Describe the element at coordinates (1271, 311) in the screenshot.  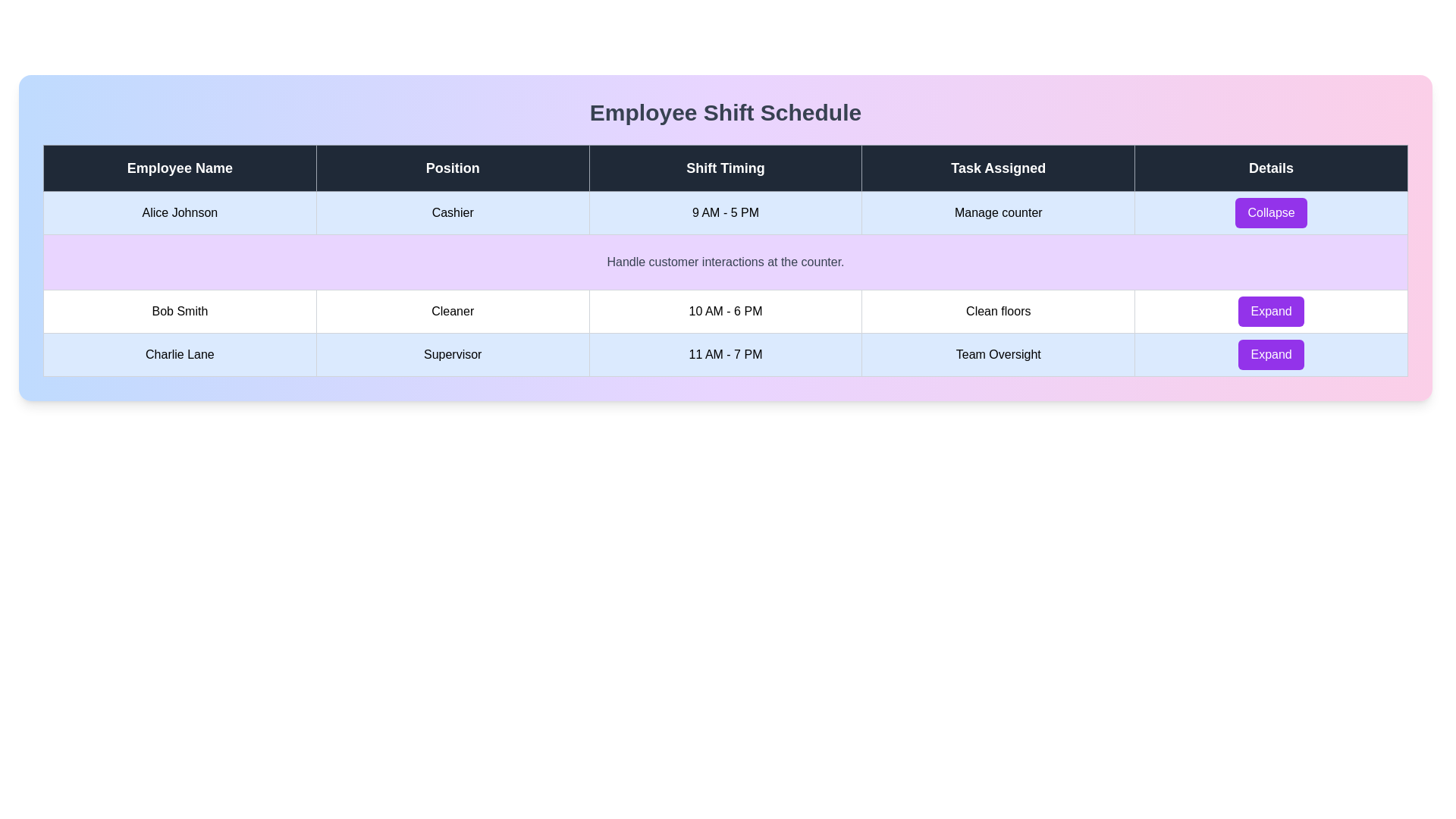
I see `the 'Expand' button with a bright purple background and white text, located in the last column of the second row of the table, aligned with 'Bob Smith', 'Cleaner', and '10 AM - 6 PM'` at that location.